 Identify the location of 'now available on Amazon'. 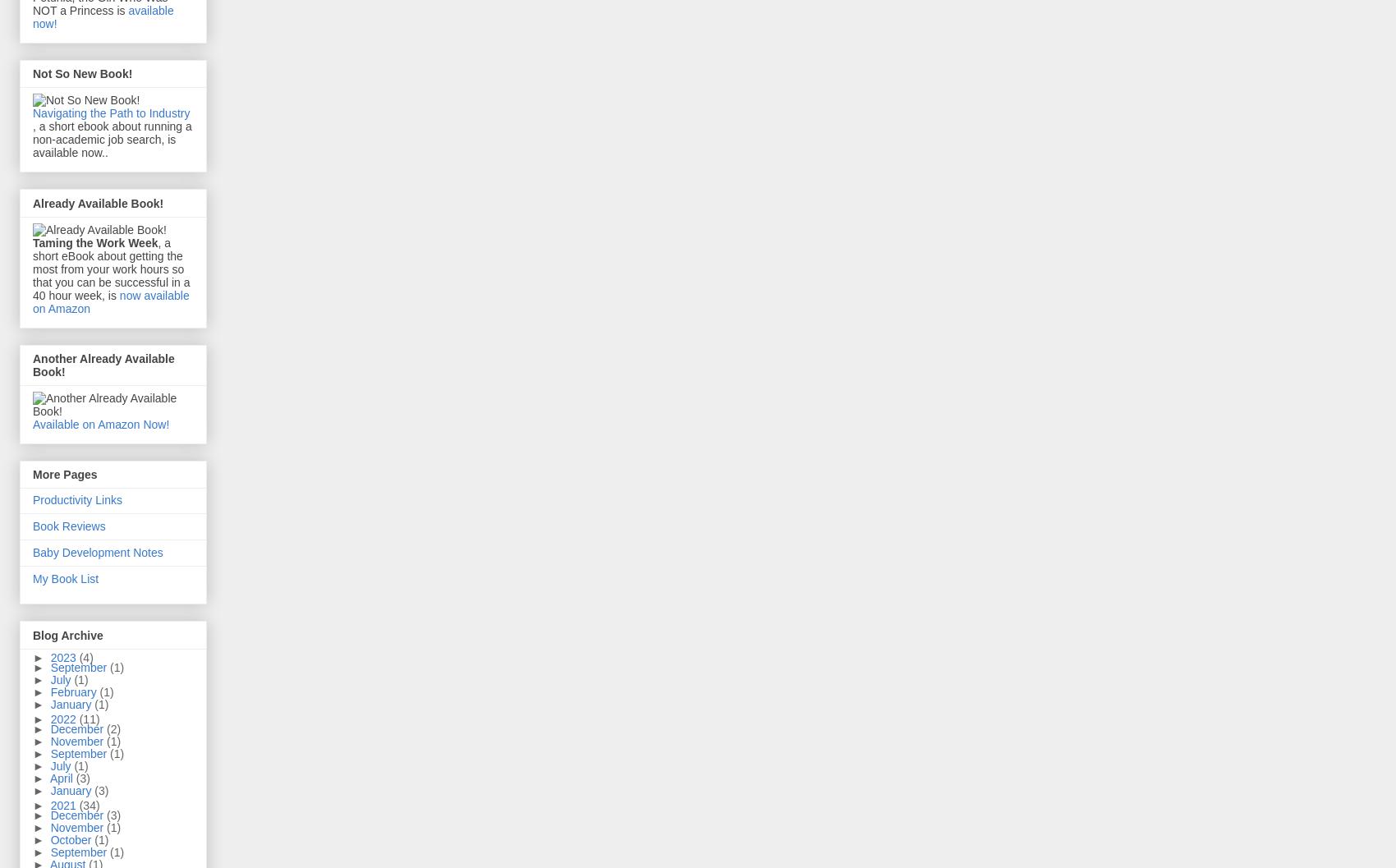
(109, 301).